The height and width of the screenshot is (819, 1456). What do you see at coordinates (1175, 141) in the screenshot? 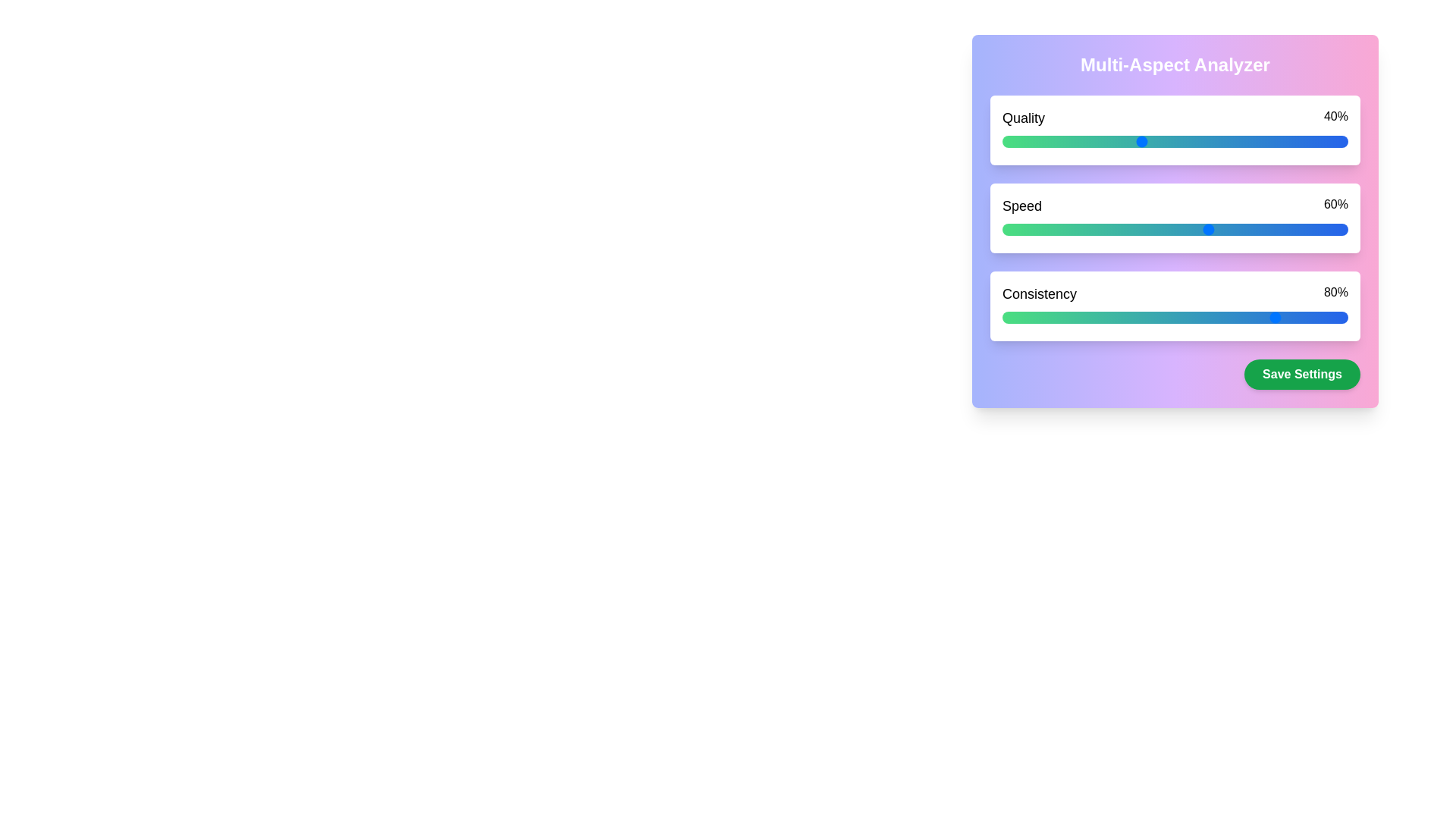
I see `the range slider bar to set a value for the 'Quality' parameter, located below the text 'Quality' and above the '40%' percentage indicator` at bounding box center [1175, 141].